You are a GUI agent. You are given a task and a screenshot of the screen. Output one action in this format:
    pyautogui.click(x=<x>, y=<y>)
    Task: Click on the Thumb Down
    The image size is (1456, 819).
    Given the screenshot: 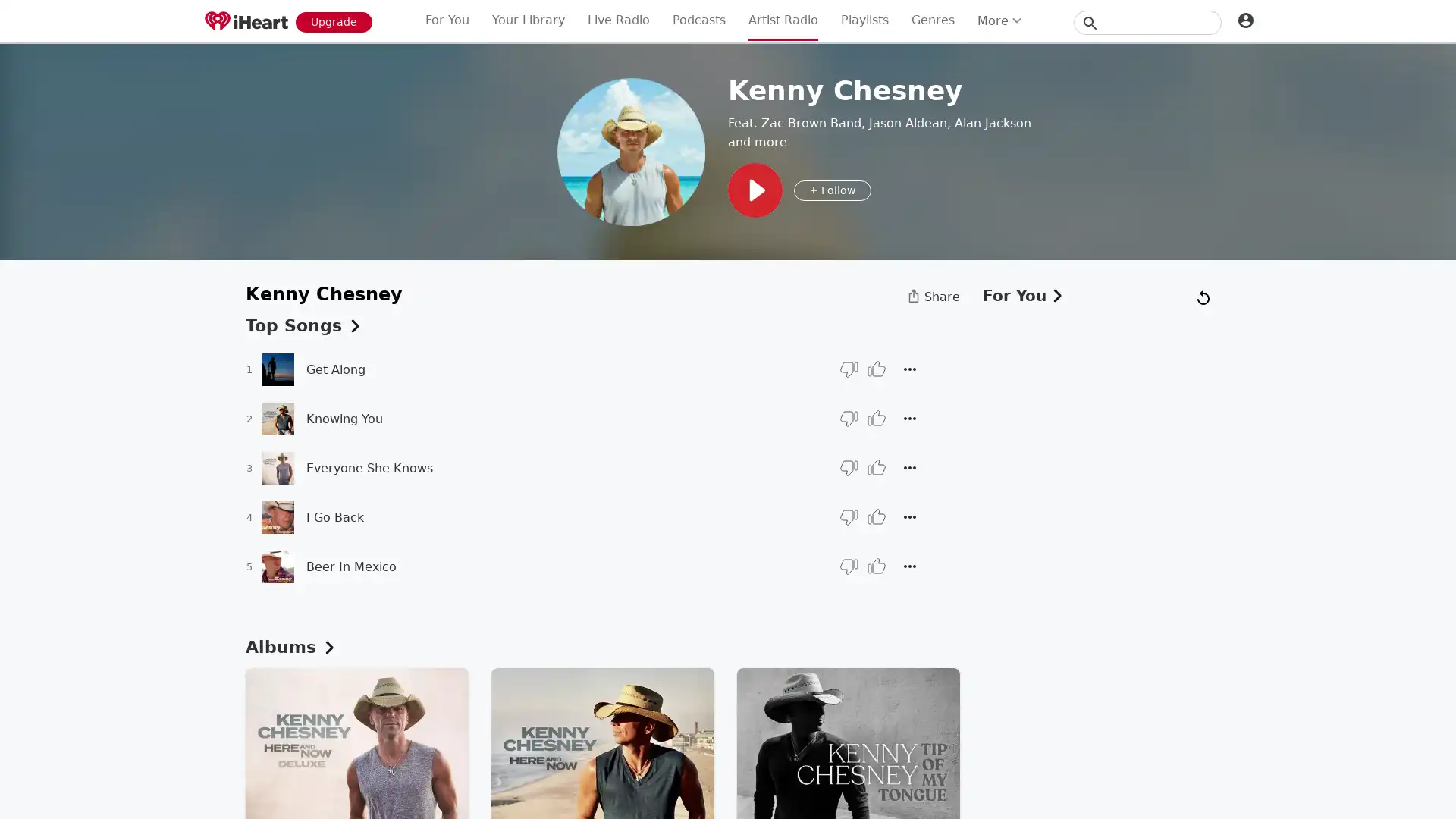 What is the action you would take?
    pyautogui.click(x=848, y=516)
    